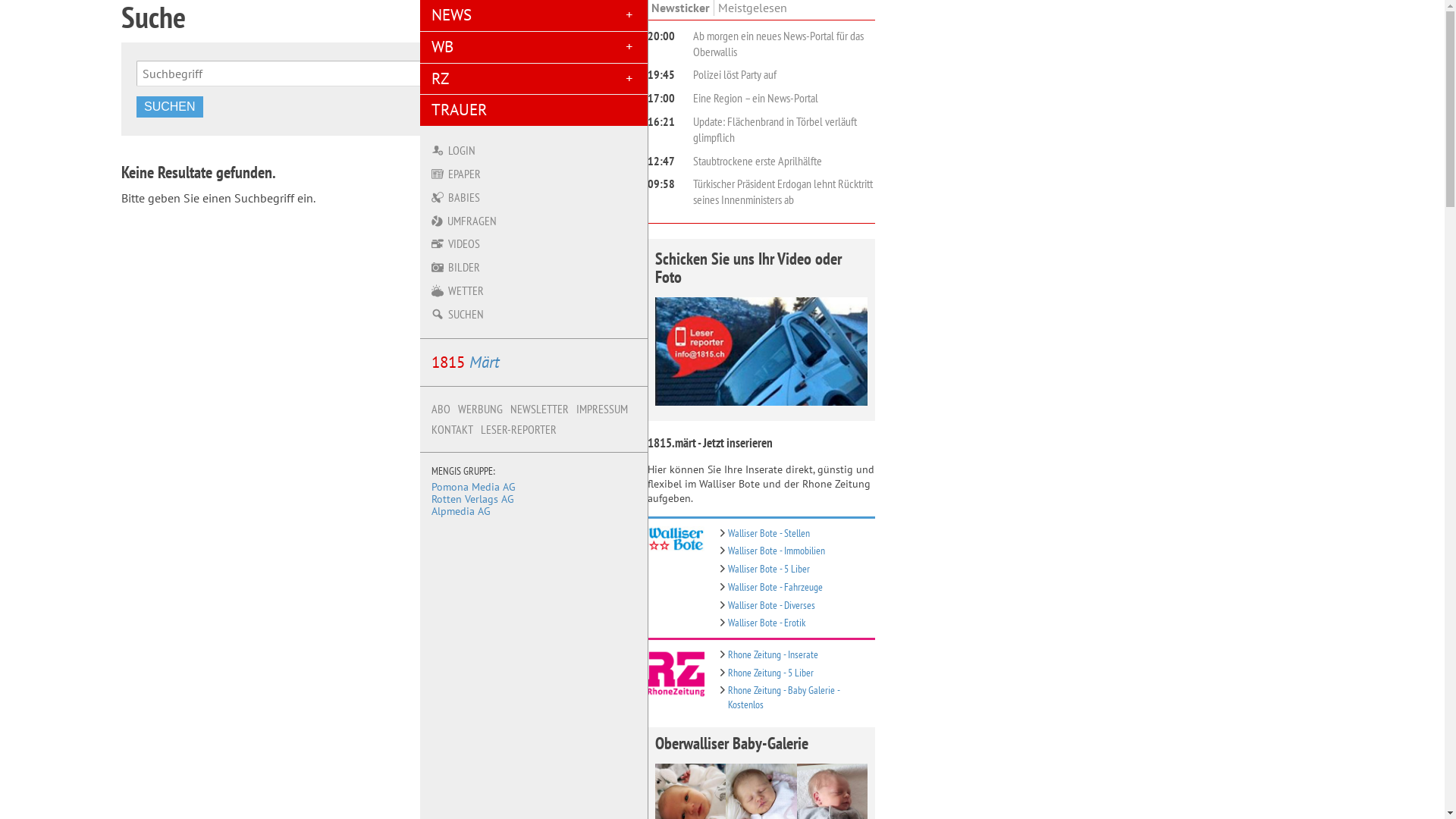 This screenshot has width=1456, height=819. What do you see at coordinates (534, 243) in the screenshot?
I see `'VIDEOS'` at bounding box center [534, 243].